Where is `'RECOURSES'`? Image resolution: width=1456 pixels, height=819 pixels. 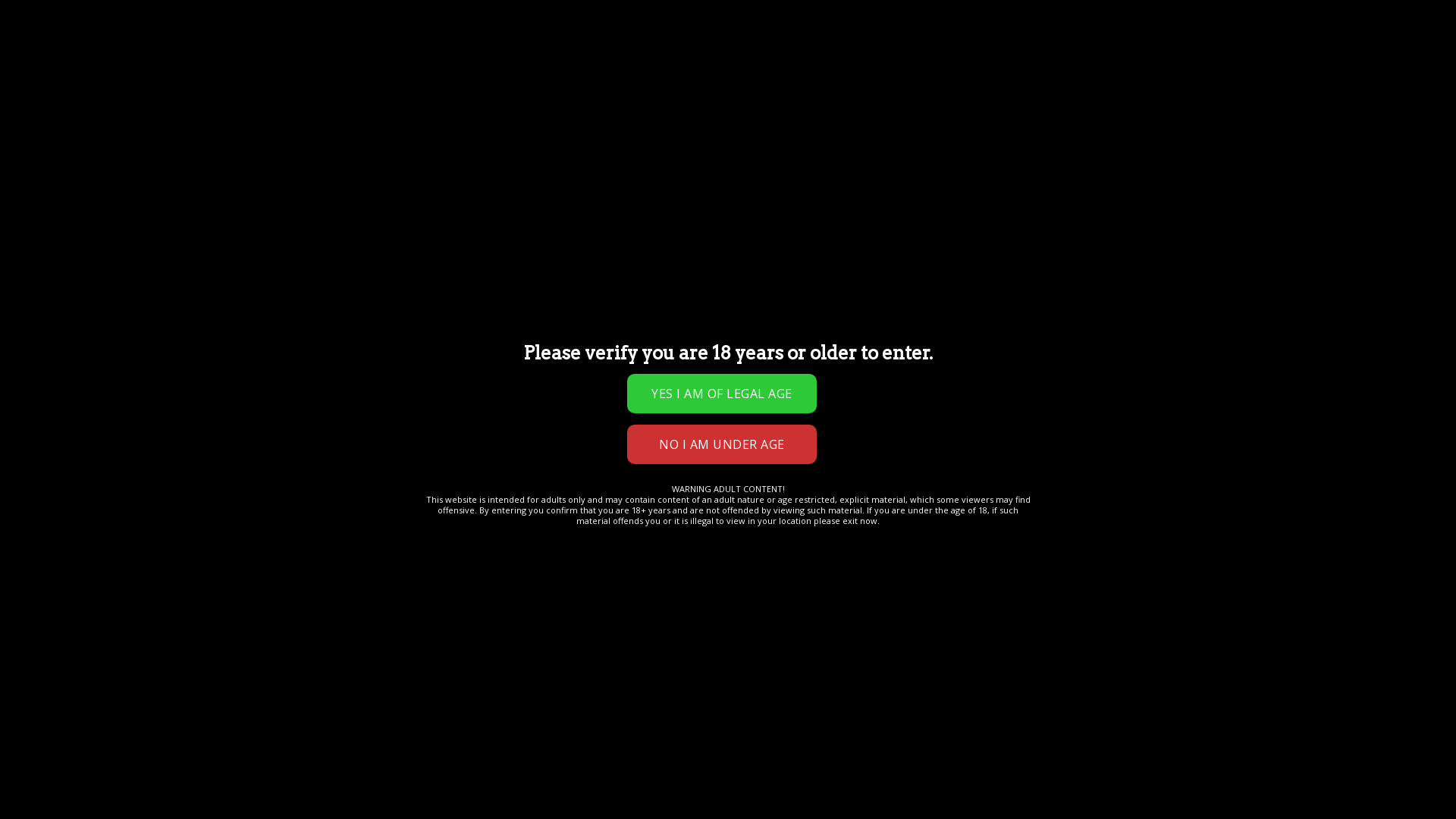
'RECOURSES' is located at coordinates (472, 113).